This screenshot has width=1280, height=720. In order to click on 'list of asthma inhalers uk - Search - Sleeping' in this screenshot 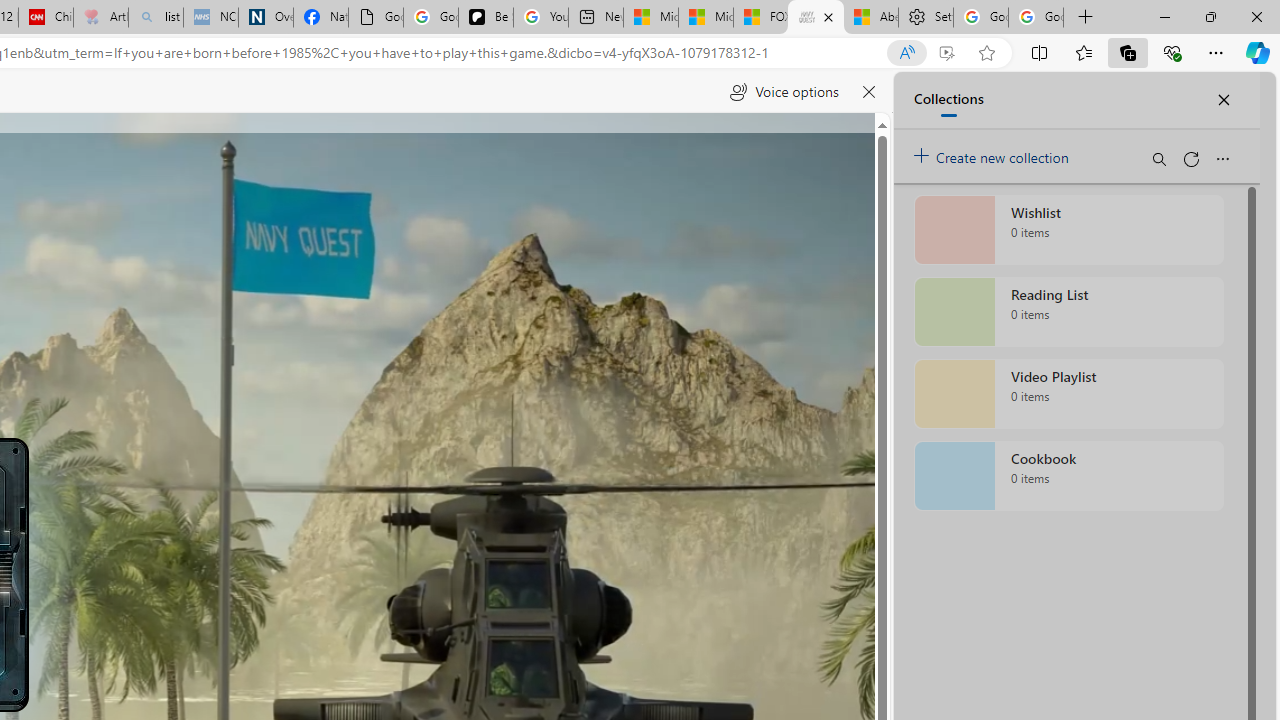, I will do `click(155, 17)`.